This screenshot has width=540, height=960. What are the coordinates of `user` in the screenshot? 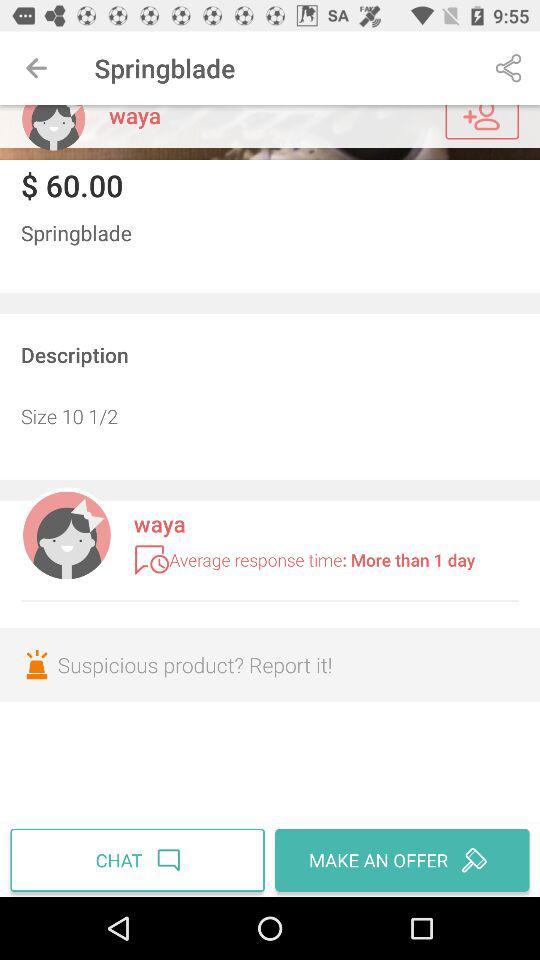 It's located at (481, 121).